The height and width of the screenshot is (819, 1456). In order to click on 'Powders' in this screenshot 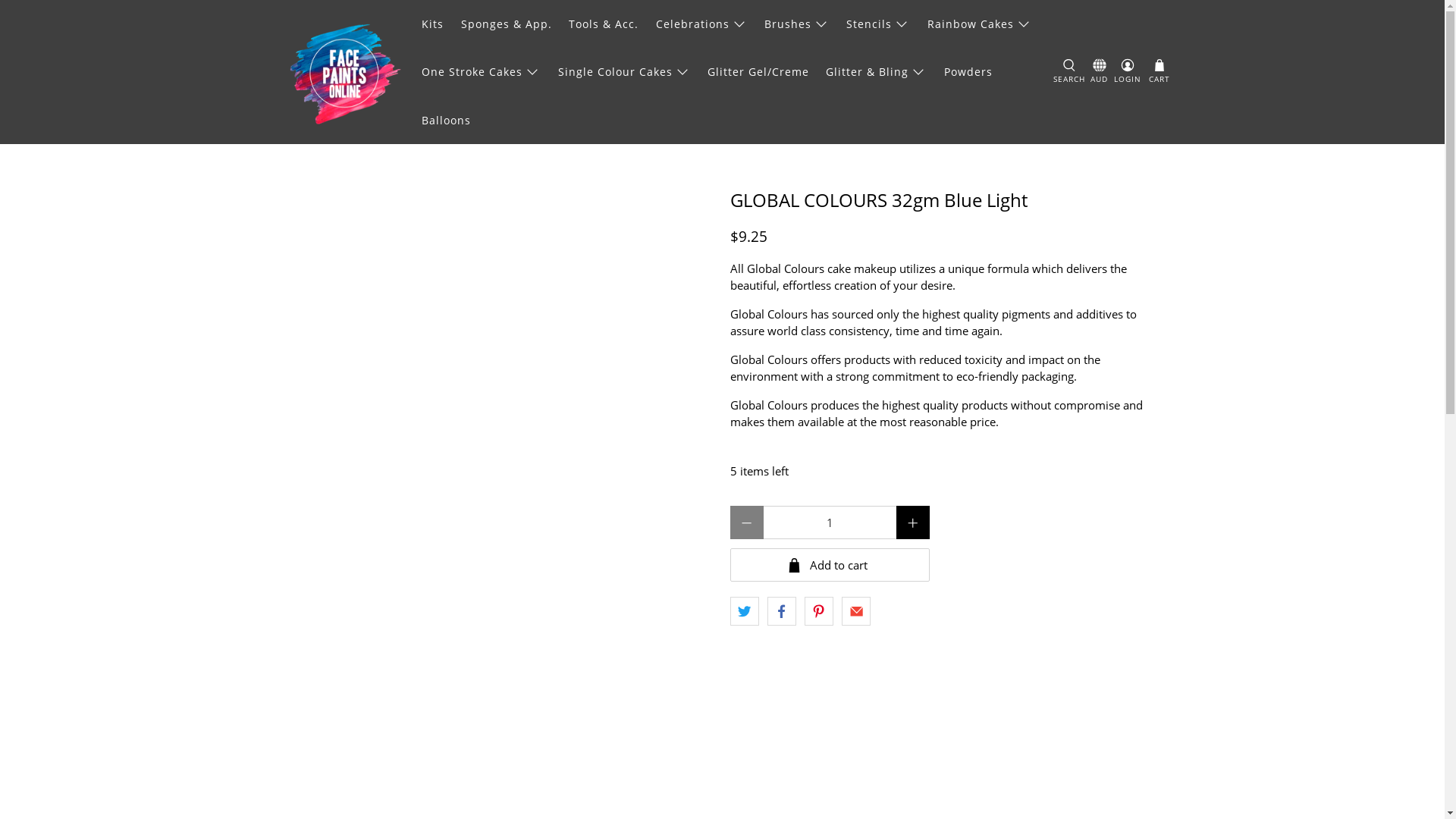, I will do `click(967, 71)`.